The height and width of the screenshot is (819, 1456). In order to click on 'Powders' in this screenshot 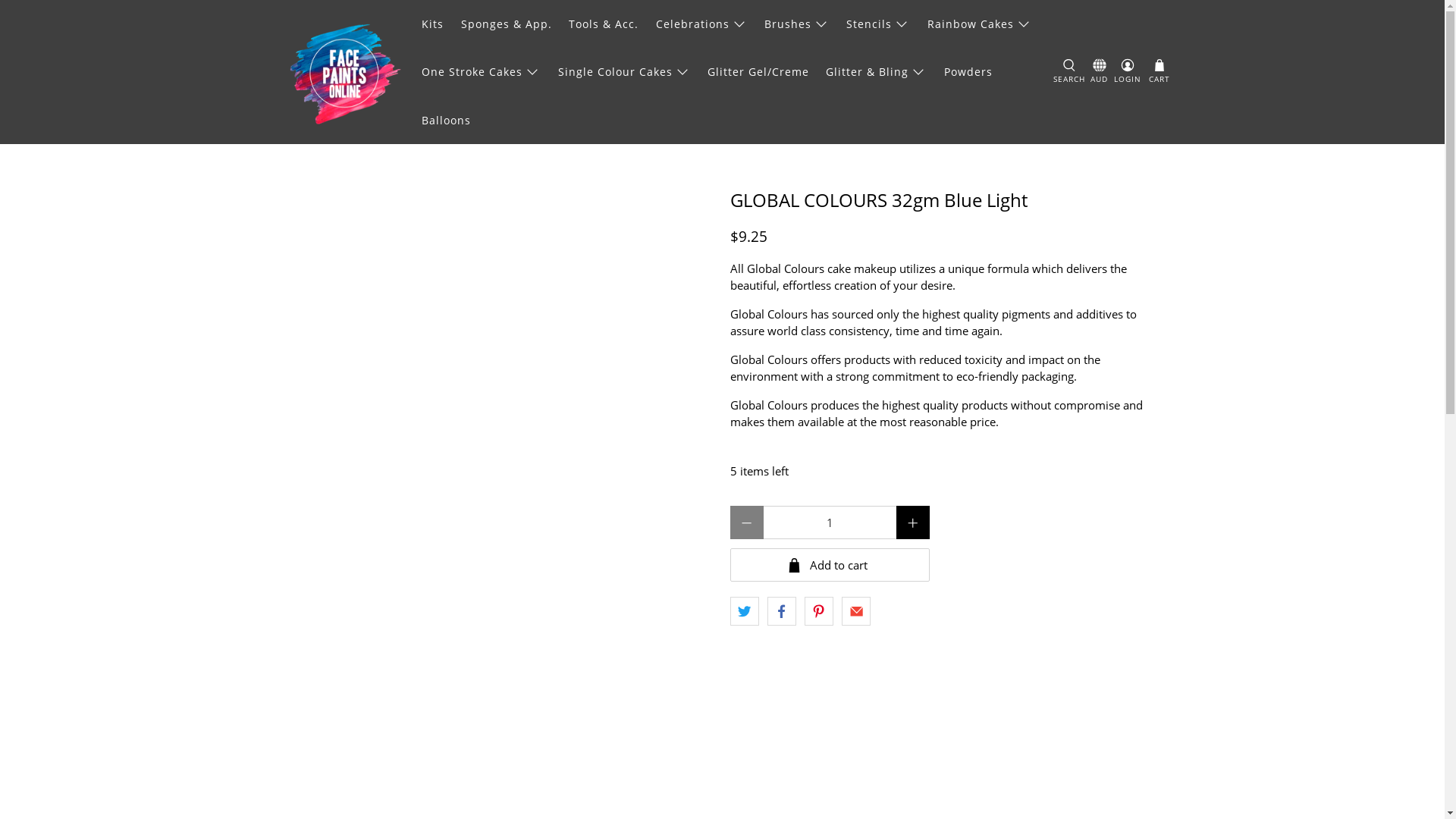, I will do `click(967, 71)`.